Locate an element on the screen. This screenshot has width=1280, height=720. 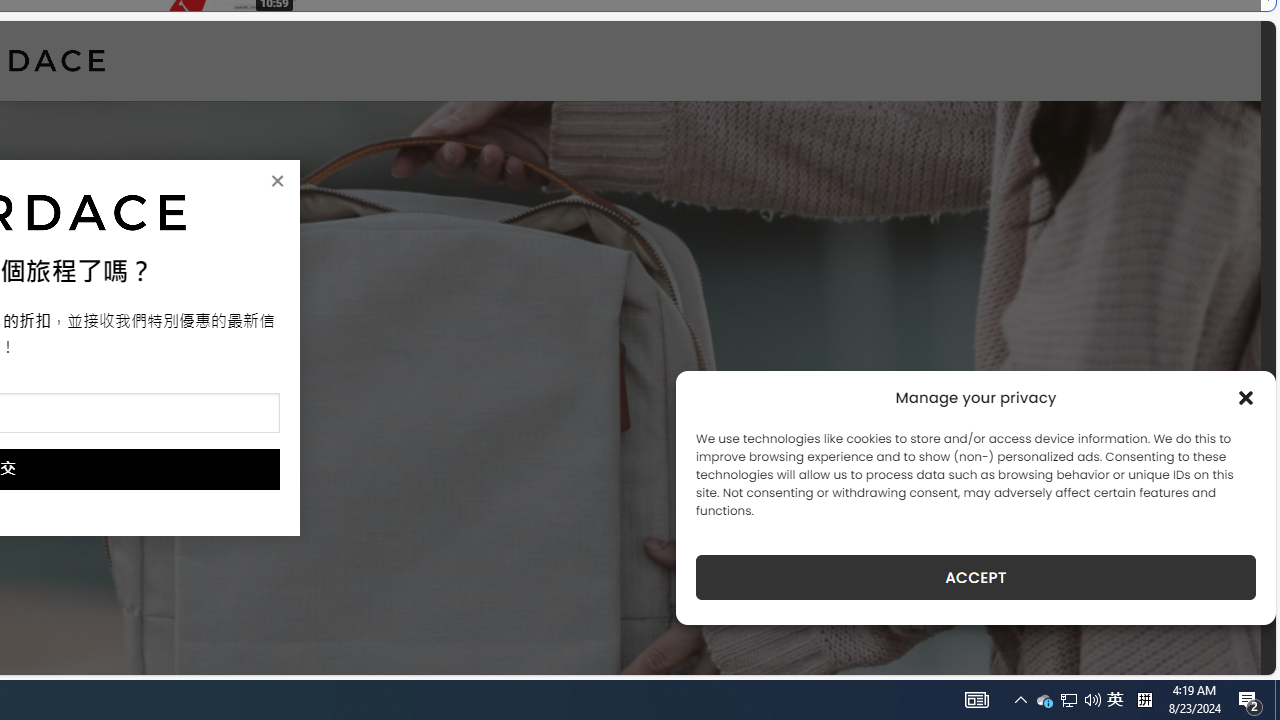
'Class: cmplz-close' is located at coordinates (1245, 398).